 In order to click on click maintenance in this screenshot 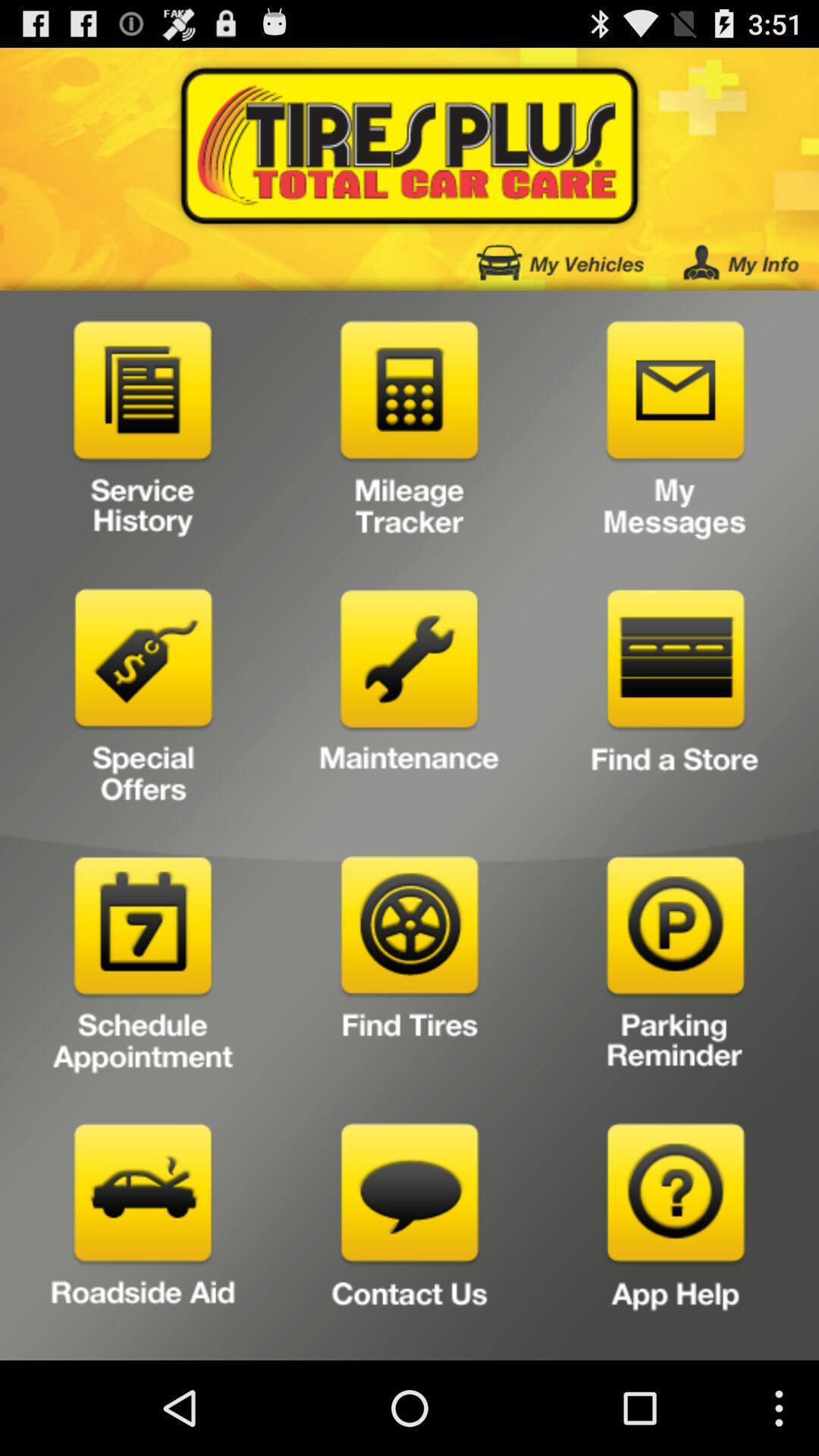, I will do `click(409, 701)`.